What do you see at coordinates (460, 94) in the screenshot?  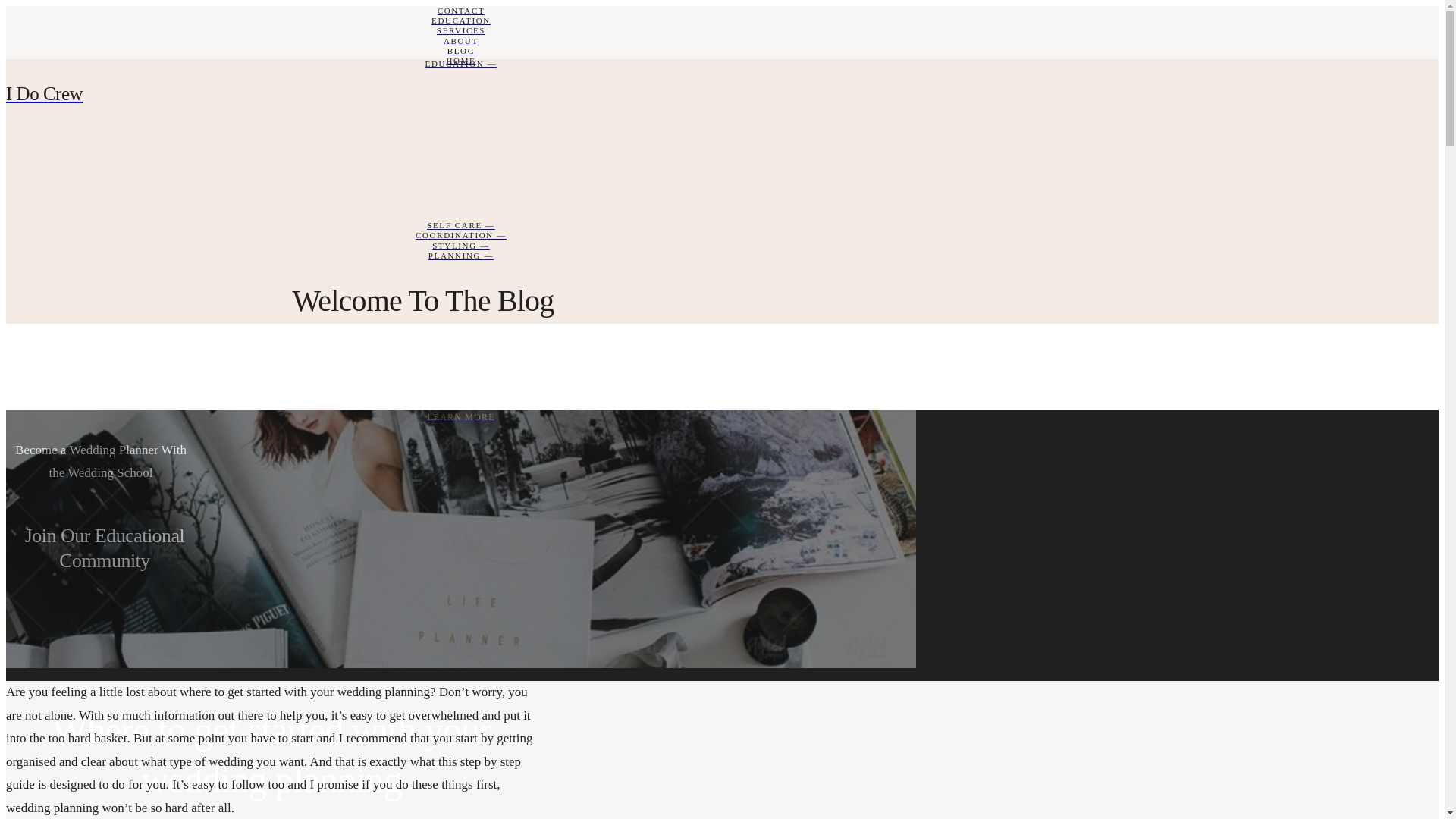 I see `'I Do Crew'` at bounding box center [460, 94].